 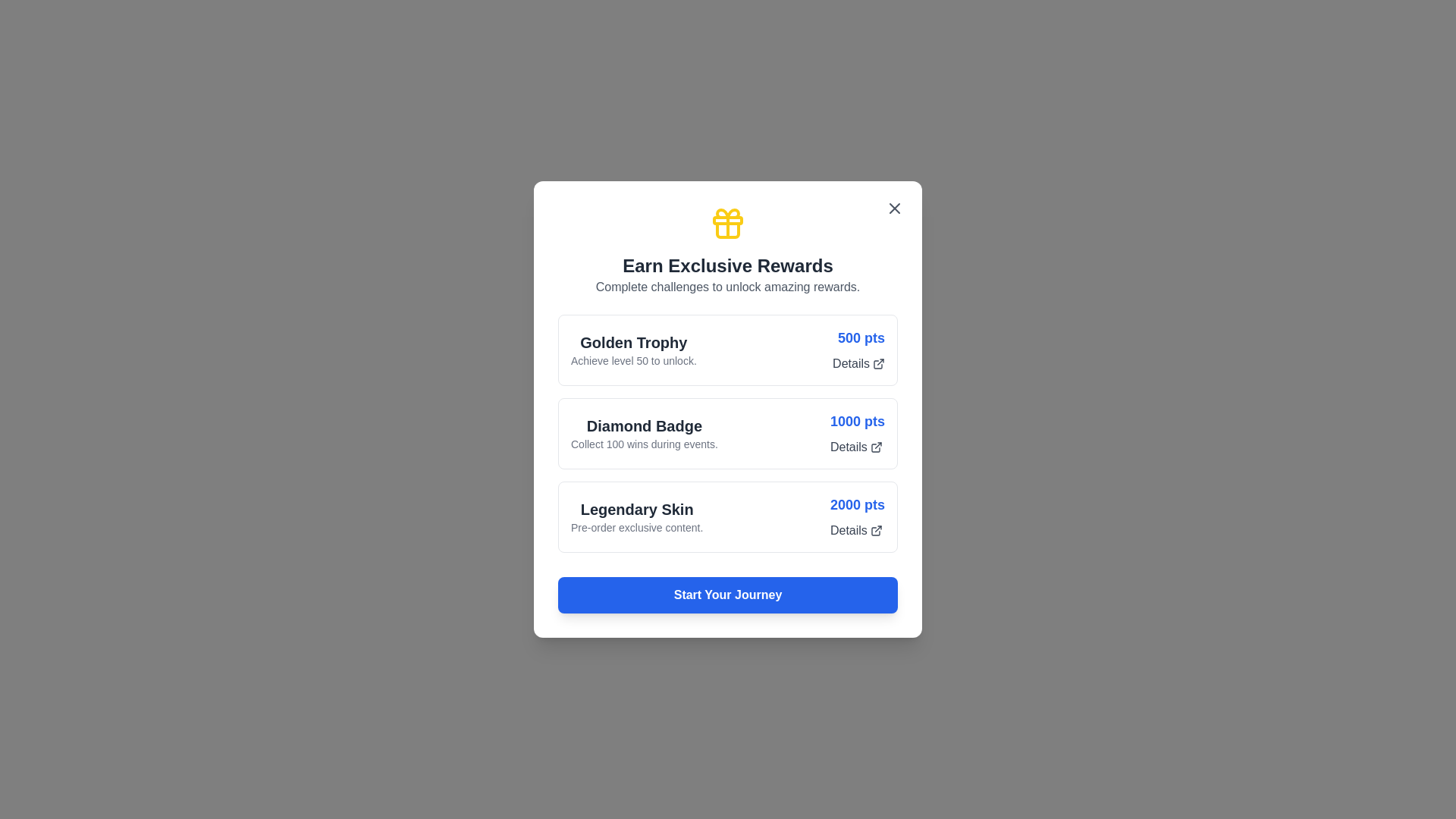 I want to click on the Text Label that serves as a title or header for the section about earning exclusive rewards, located in the upper center of a modal dialog box, immediately below a gift icon, so click(x=728, y=265).